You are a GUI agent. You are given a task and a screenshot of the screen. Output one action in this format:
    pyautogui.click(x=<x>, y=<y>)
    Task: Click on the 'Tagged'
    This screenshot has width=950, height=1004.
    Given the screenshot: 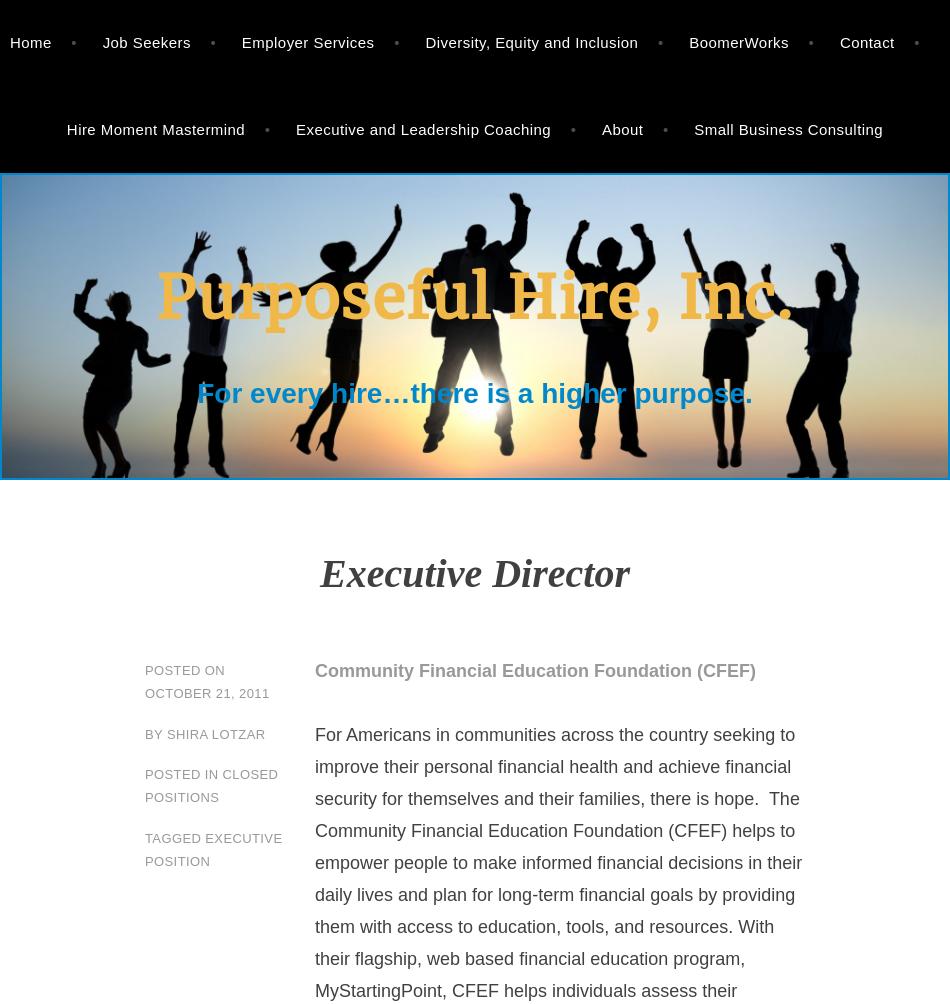 What is the action you would take?
    pyautogui.click(x=174, y=837)
    